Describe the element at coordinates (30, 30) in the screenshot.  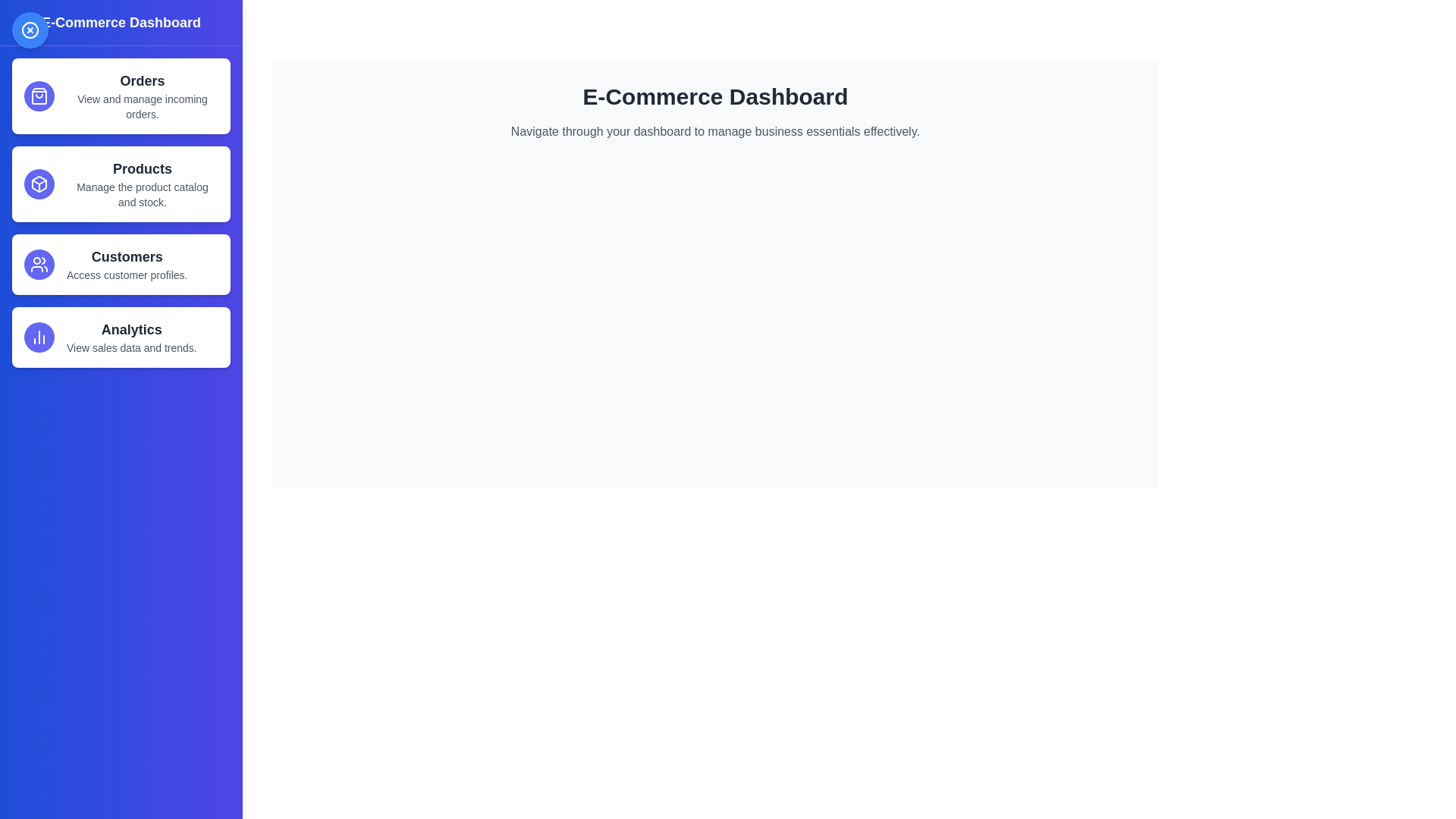
I see `toggle button to change the drawer's visibility` at that location.